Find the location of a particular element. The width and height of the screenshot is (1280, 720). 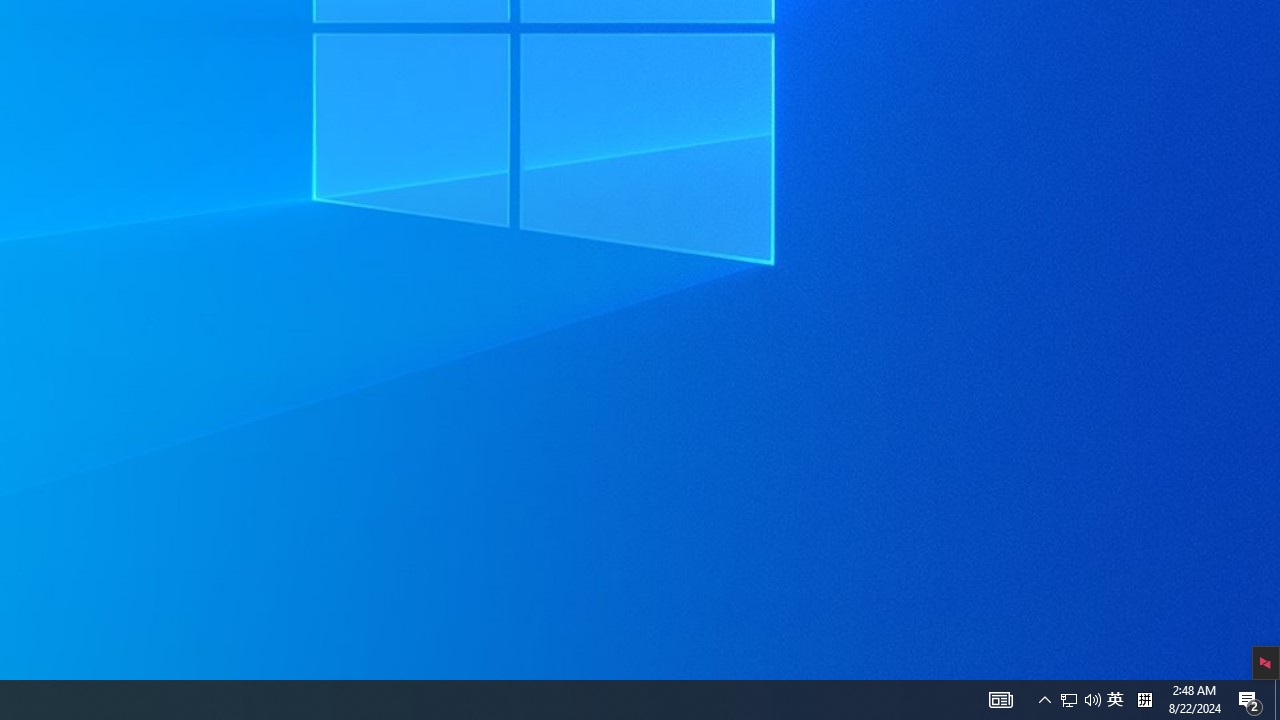

'Show desktop' is located at coordinates (1250, 698).